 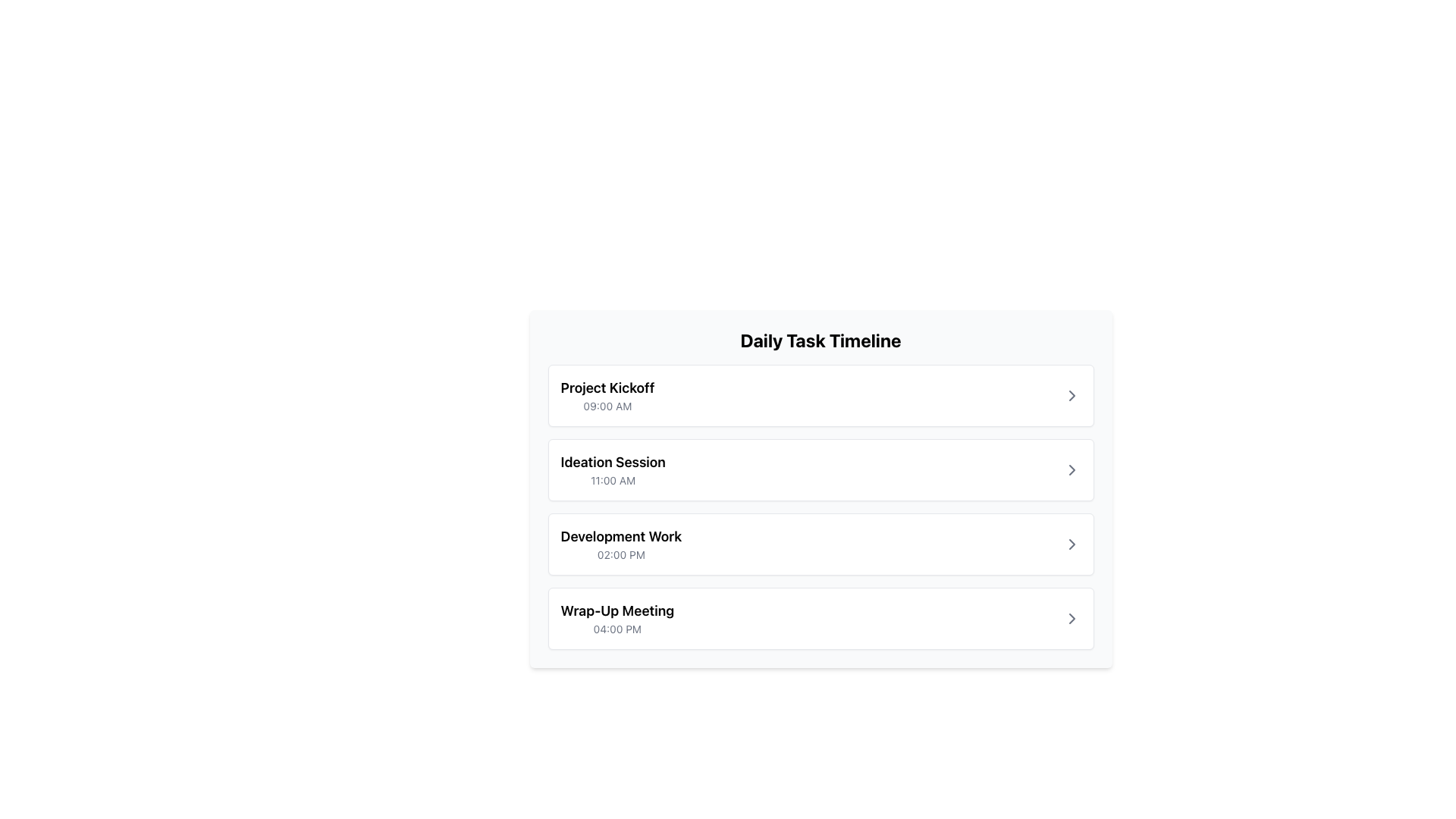 I want to click on the chevron icon located to the right of the '09:00 AM' text in the 'Project Kickoff' timeline item, so click(x=1071, y=394).